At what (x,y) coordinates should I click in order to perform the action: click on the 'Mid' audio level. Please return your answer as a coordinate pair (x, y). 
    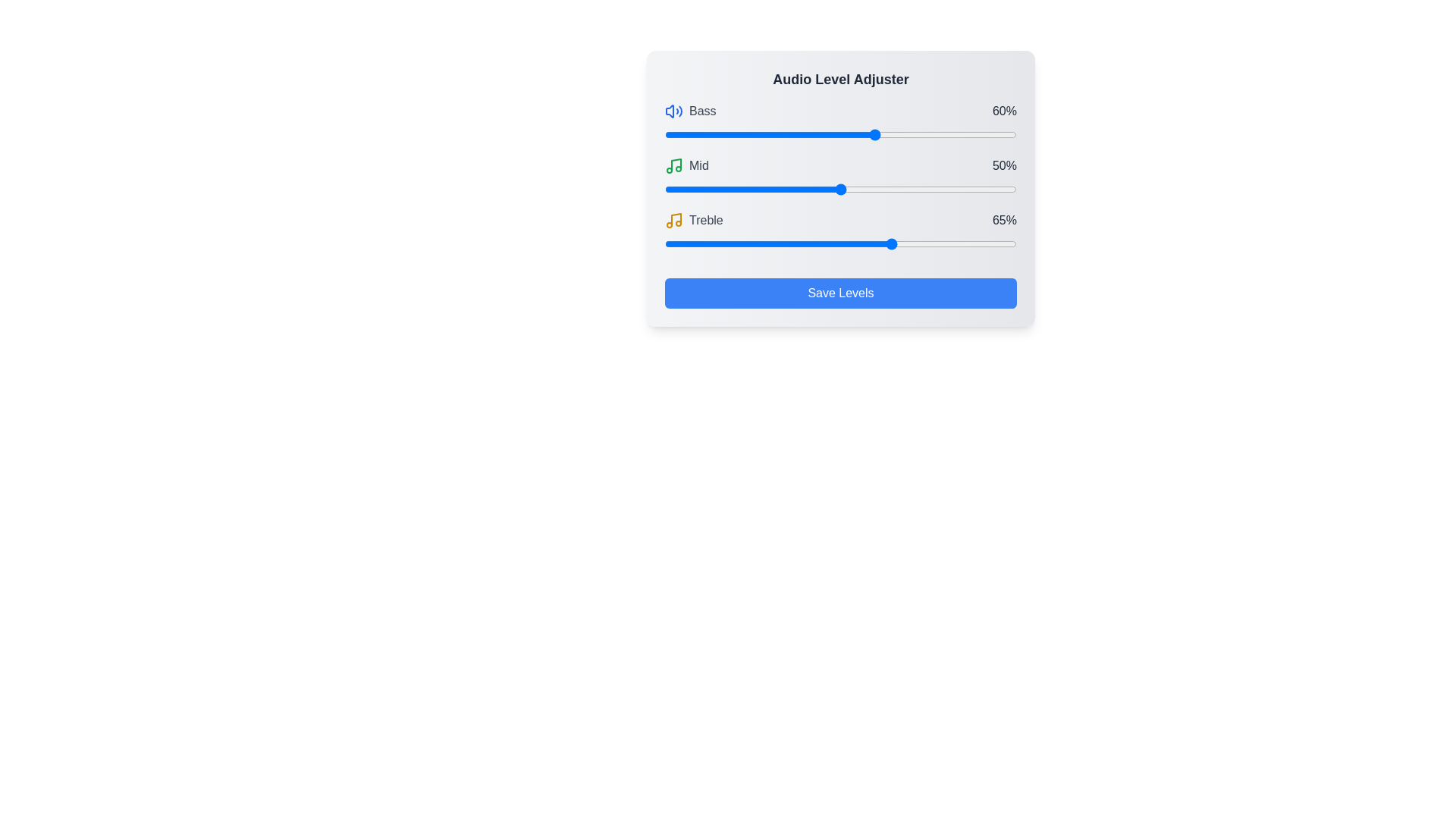
    Looking at the image, I should click on (869, 189).